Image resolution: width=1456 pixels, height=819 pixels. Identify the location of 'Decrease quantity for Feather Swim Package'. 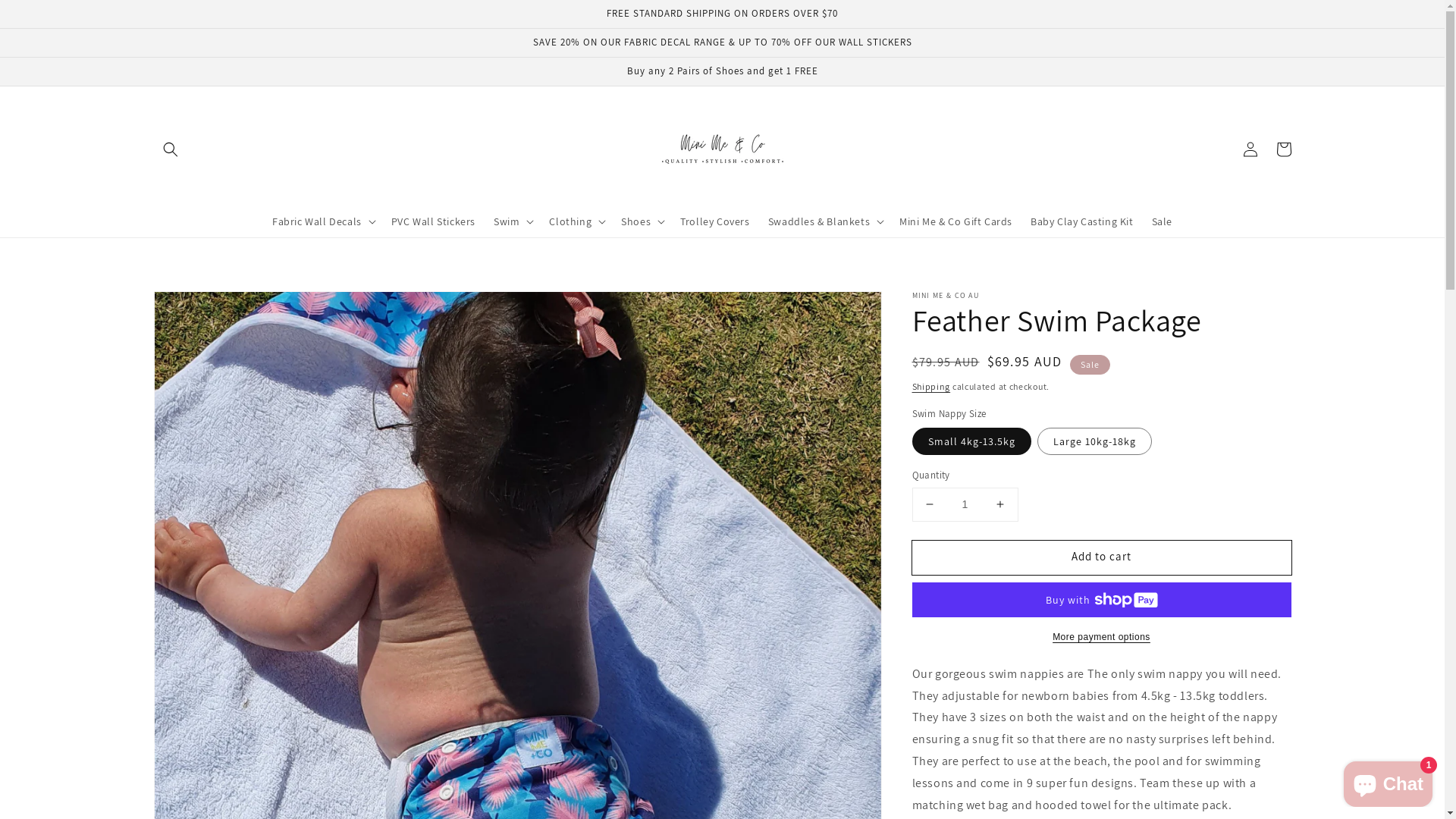
(929, 504).